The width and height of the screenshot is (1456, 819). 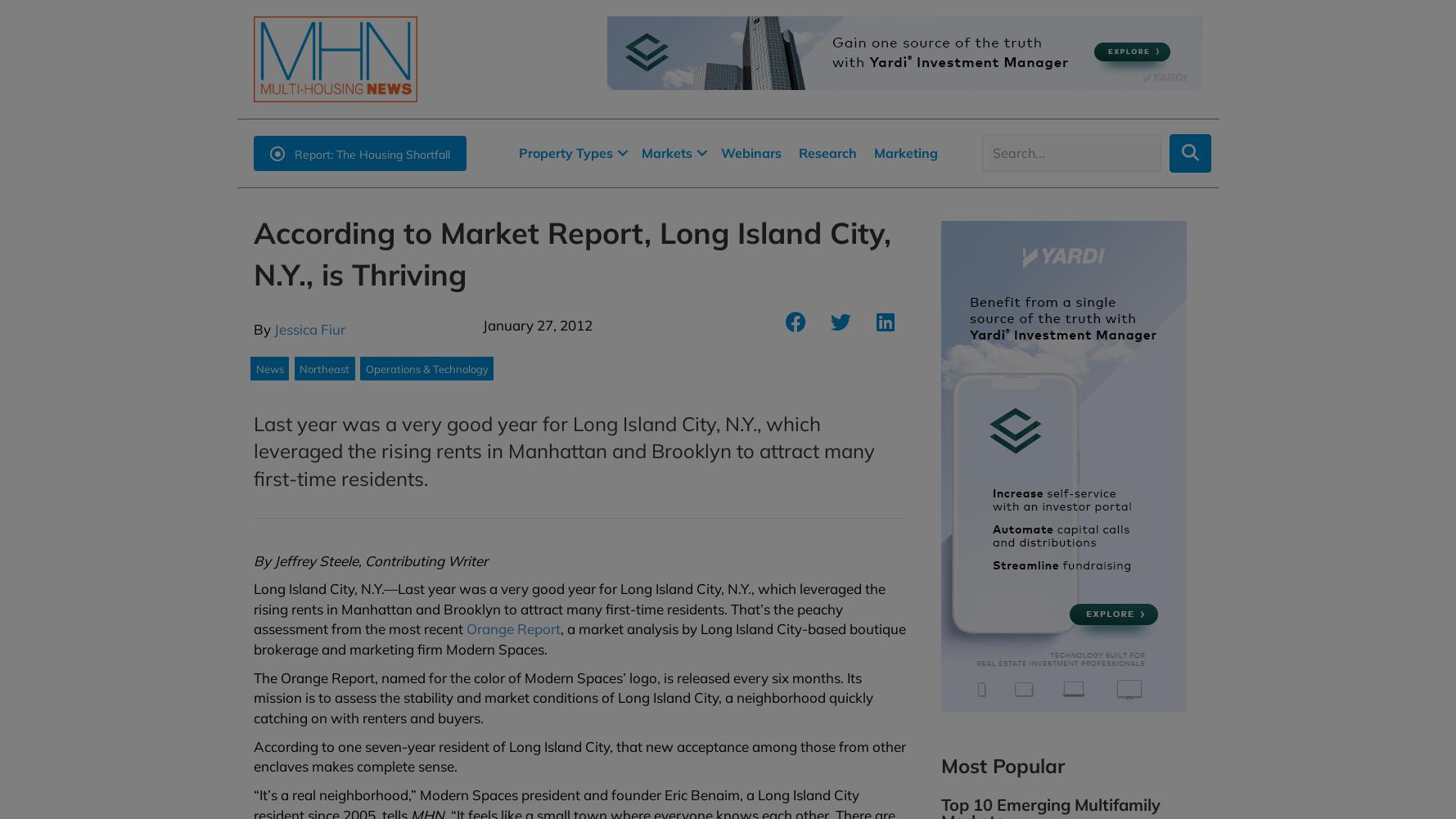 What do you see at coordinates (268, 368) in the screenshot?
I see `'News'` at bounding box center [268, 368].